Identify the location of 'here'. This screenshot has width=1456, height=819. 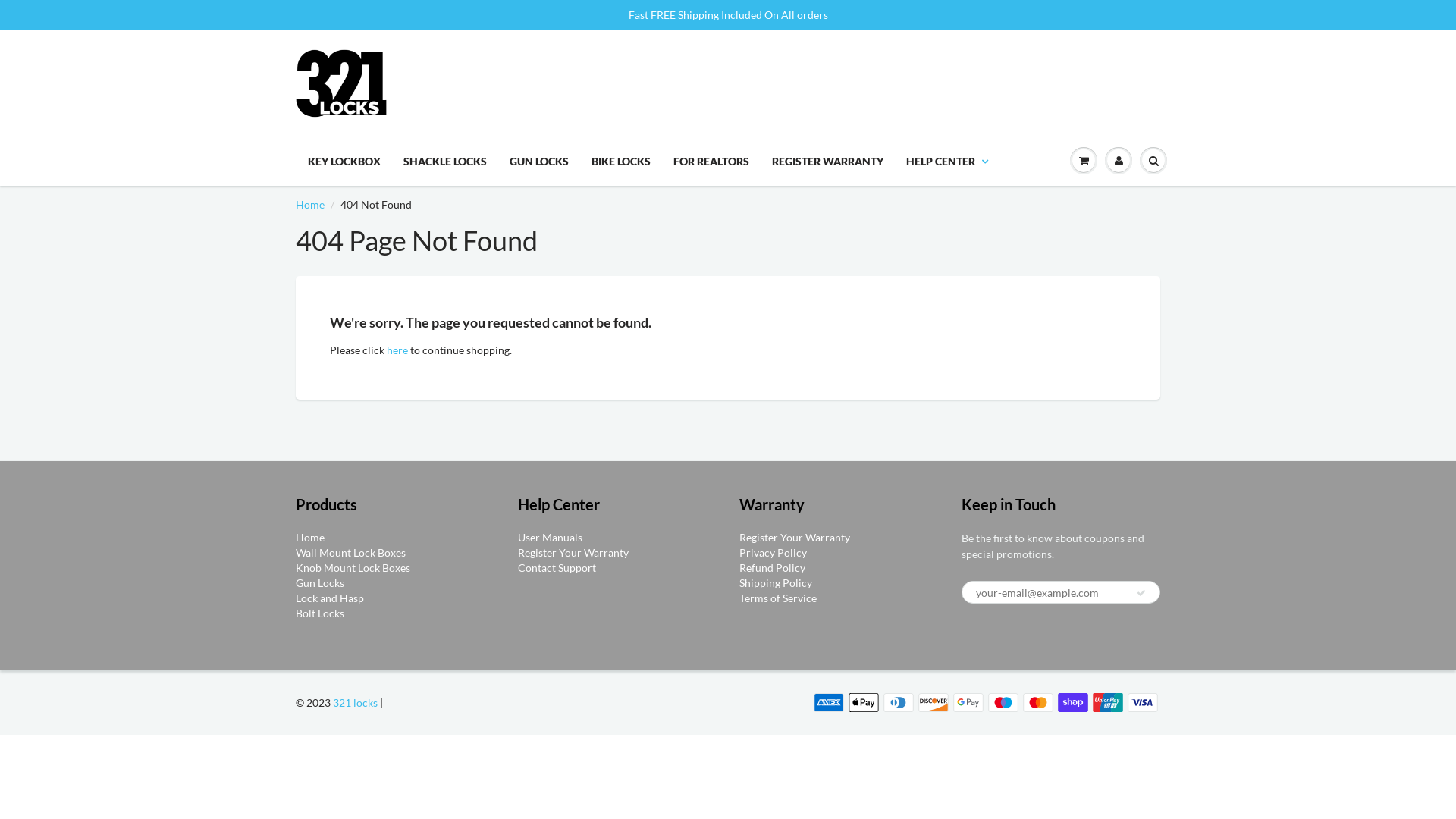
(397, 350).